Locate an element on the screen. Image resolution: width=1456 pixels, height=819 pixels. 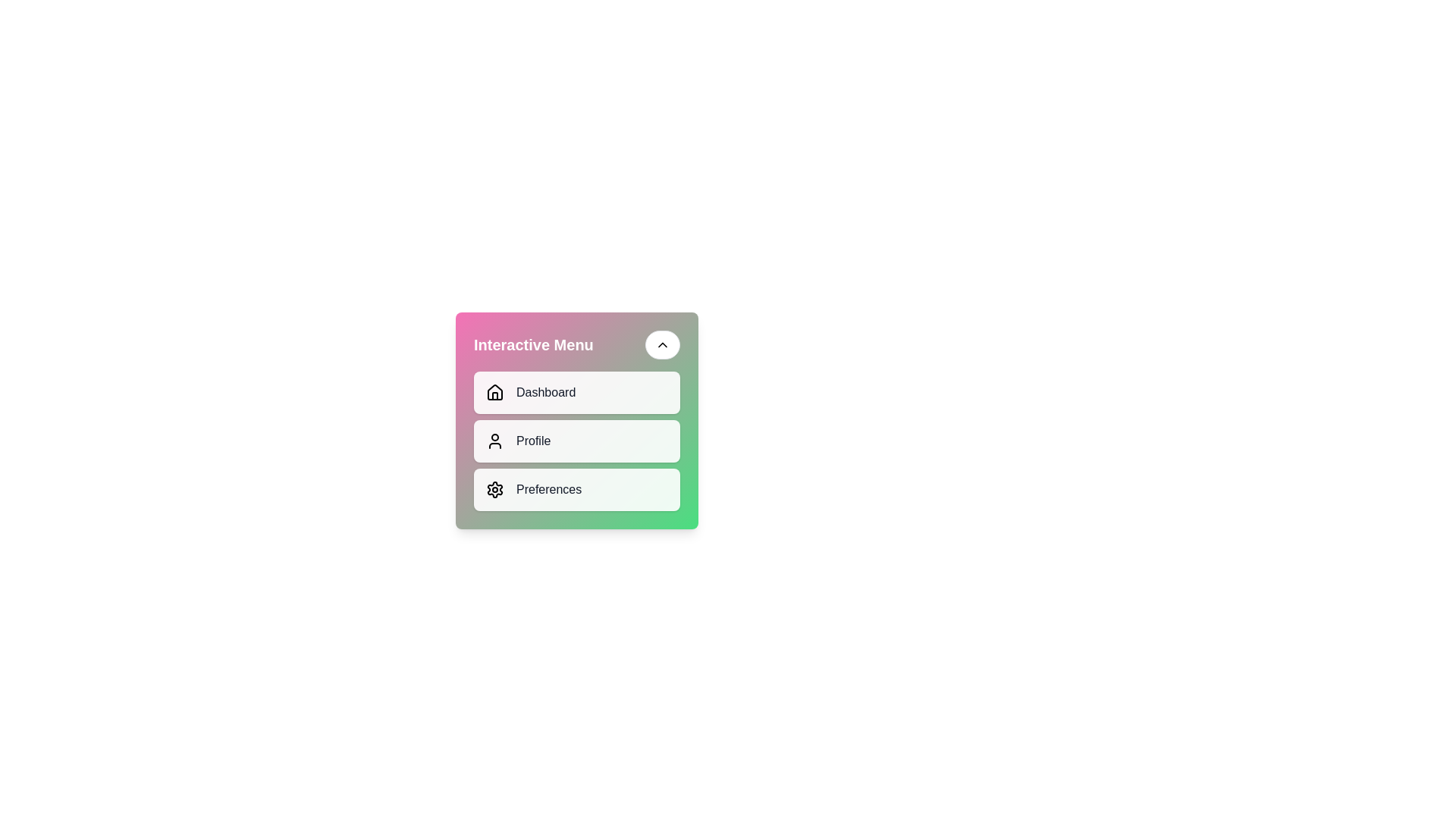
text of the descriptive label for the settings-related action located to the right of the gear icon in the menu box is located at coordinates (548, 489).